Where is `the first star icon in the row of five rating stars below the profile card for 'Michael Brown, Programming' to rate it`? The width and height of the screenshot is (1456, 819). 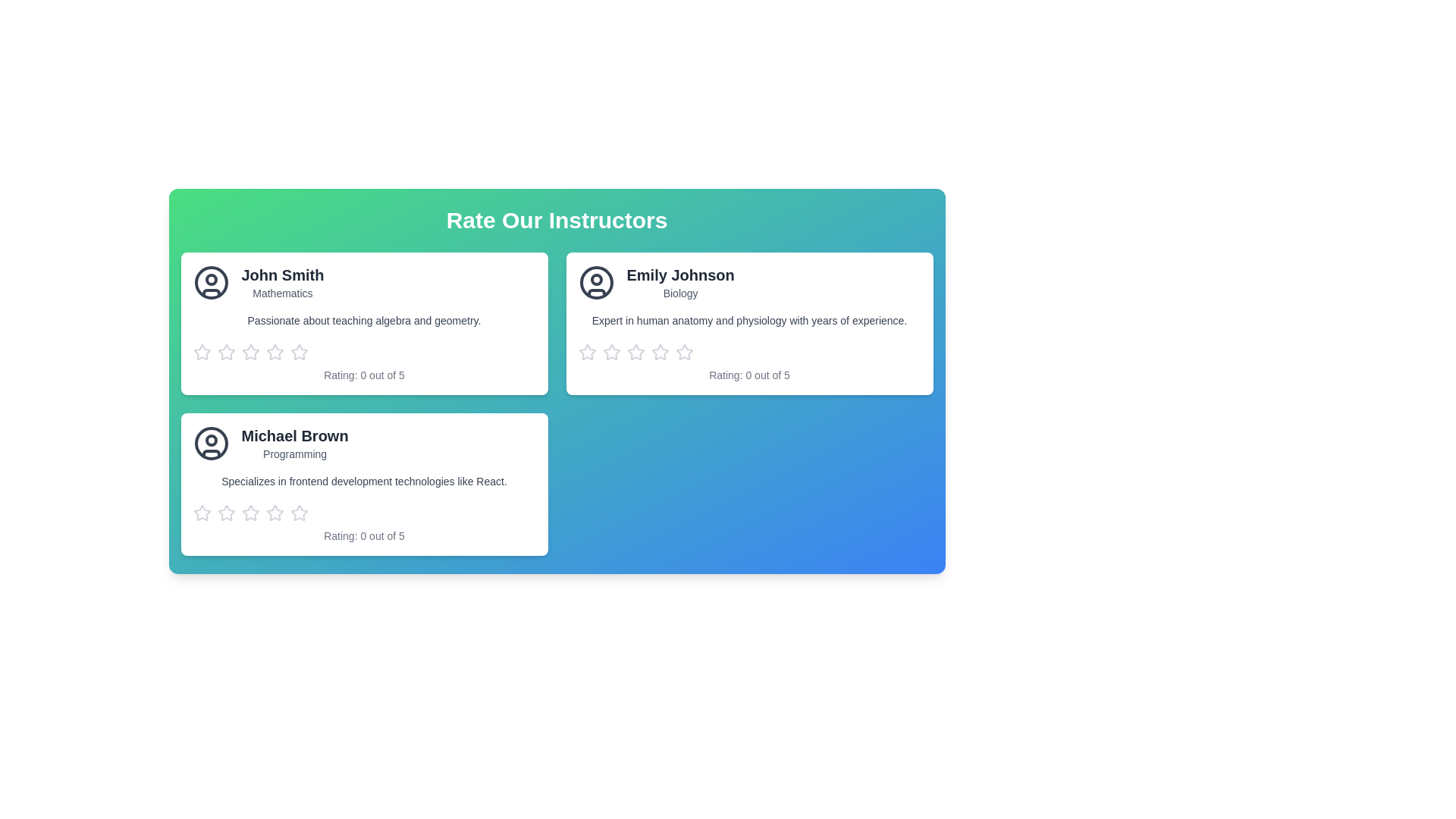
the first star icon in the row of five rating stars below the profile card for 'Michael Brown, Programming' to rate it is located at coordinates (200, 512).